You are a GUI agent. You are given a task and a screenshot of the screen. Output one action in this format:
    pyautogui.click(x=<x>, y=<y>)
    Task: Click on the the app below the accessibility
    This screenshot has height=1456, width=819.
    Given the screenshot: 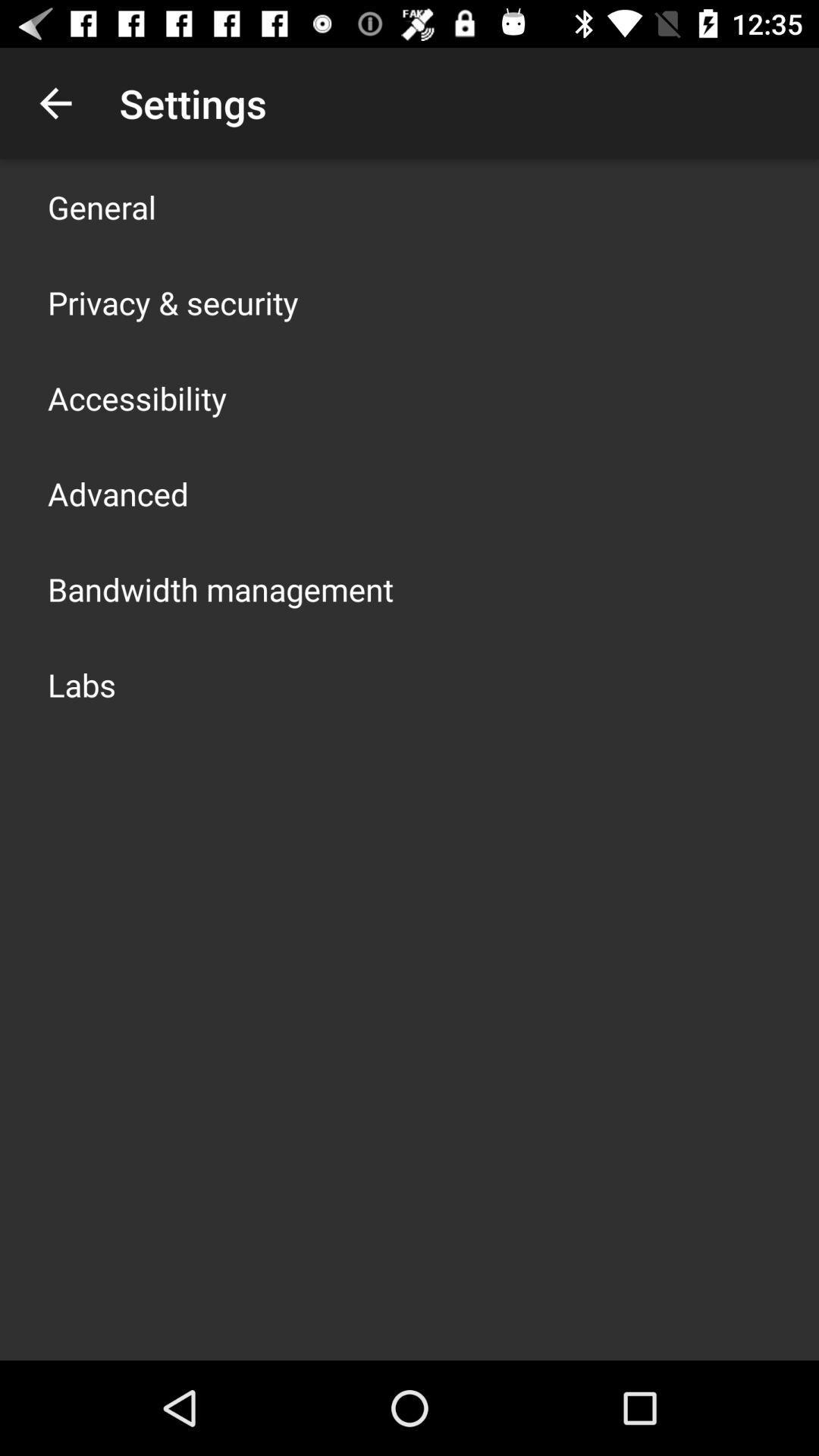 What is the action you would take?
    pyautogui.click(x=117, y=494)
    